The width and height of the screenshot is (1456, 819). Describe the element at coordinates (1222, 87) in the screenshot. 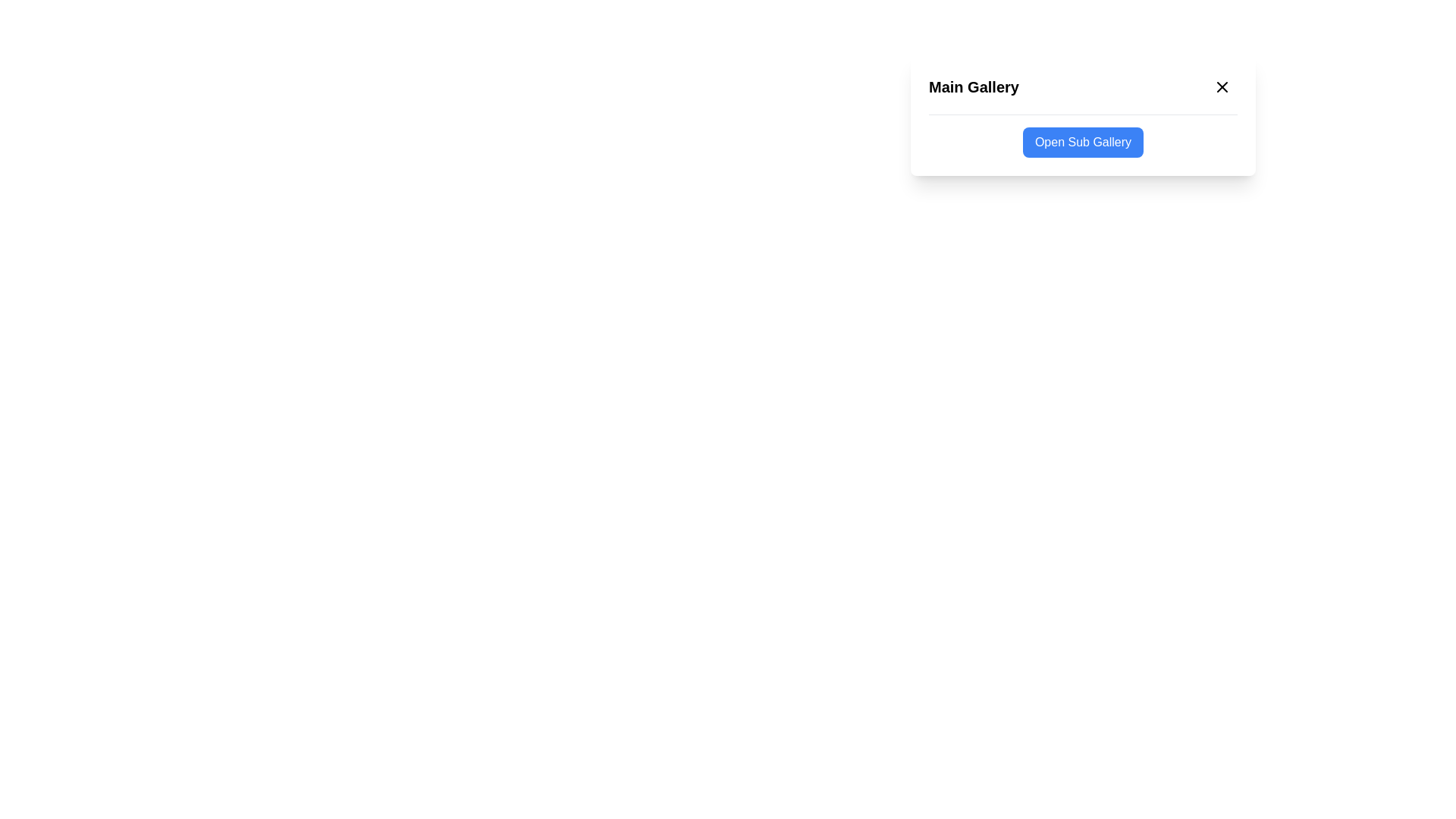

I see `the small 'X' icon located at the top-right corner of the 'Main Gallery' module` at that location.